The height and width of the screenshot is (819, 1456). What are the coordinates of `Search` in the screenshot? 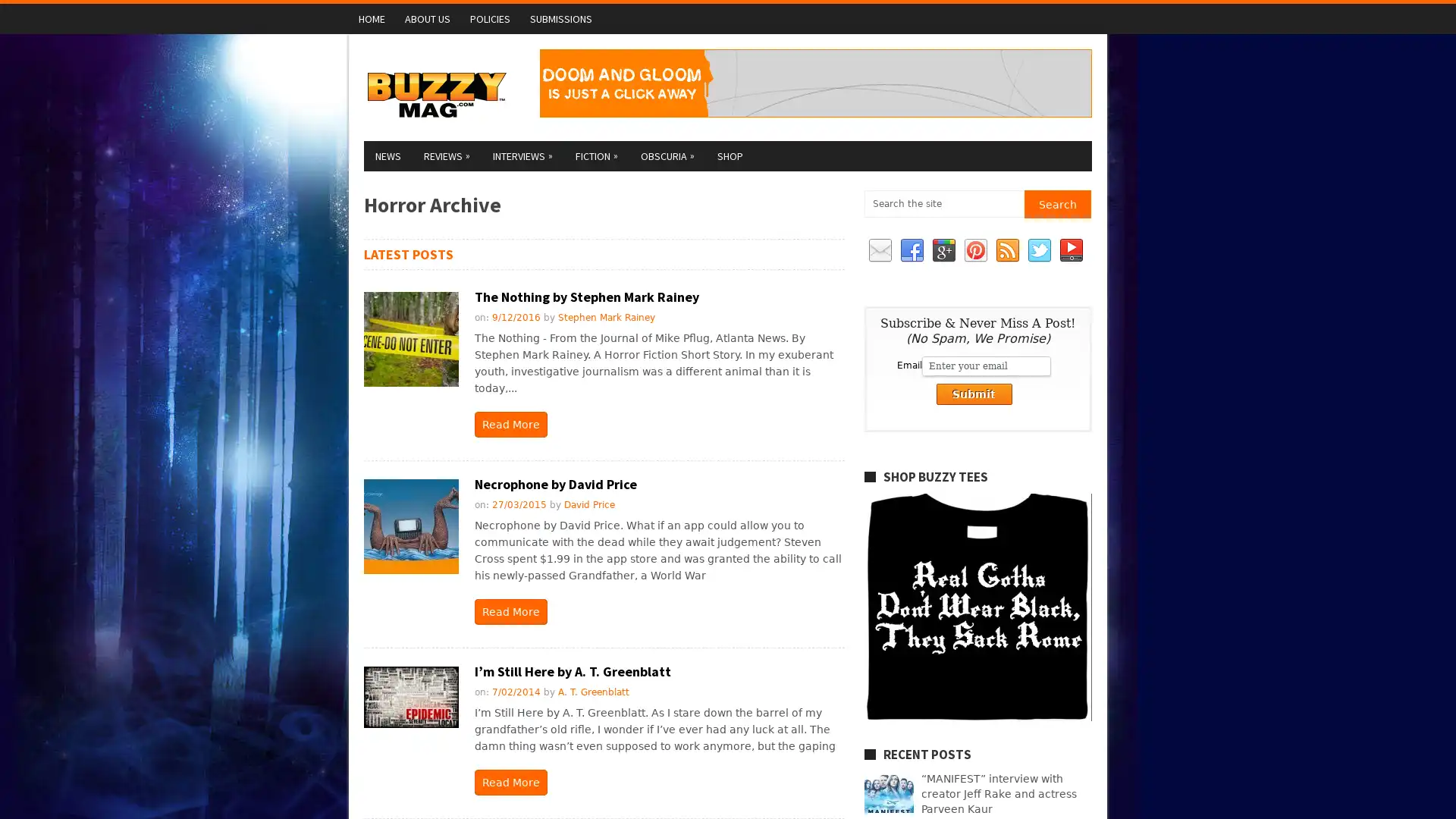 It's located at (1056, 203).